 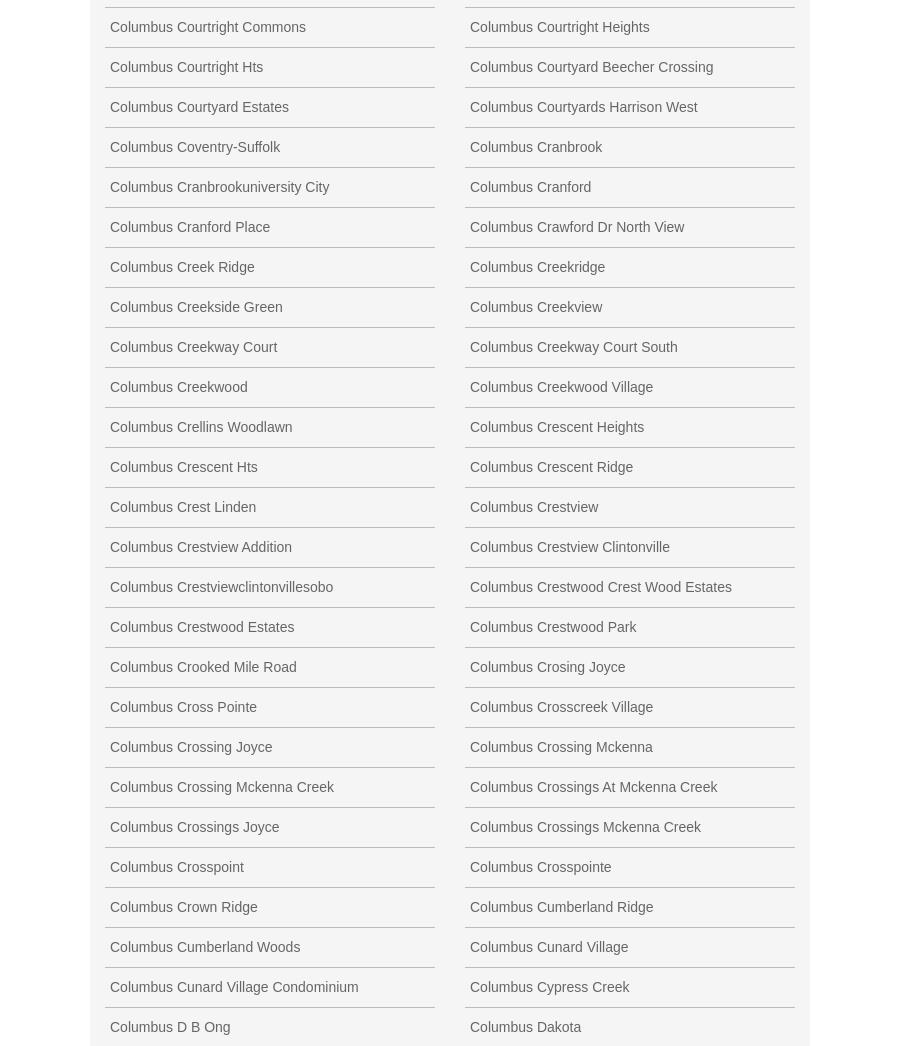 What do you see at coordinates (183, 906) in the screenshot?
I see `'Columbus Crown Ridge'` at bounding box center [183, 906].